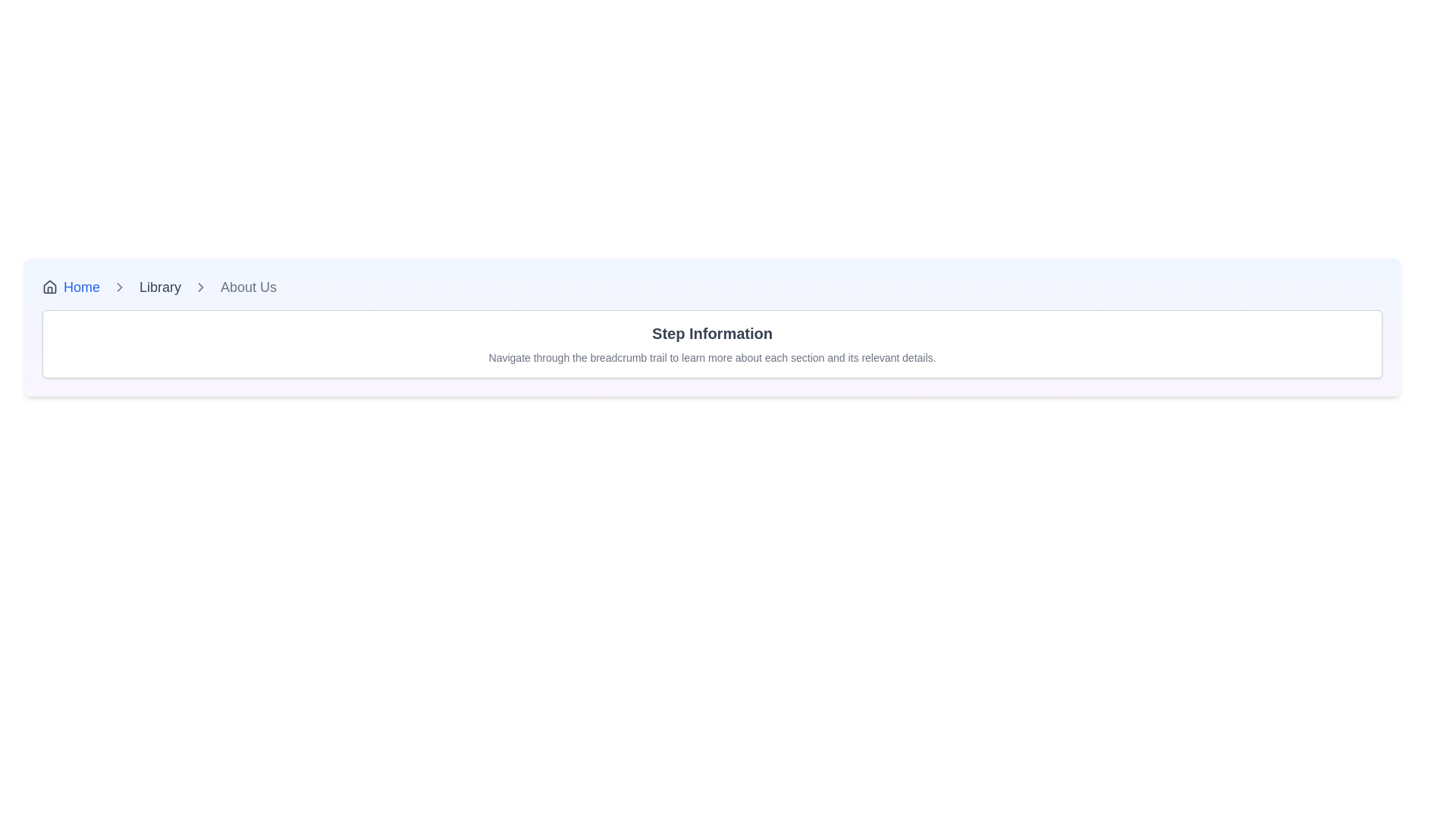  Describe the element at coordinates (249, 287) in the screenshot. I see `the static text 'About Us' in the breadcrumb navigation bar, which is styled in gray and indicates an inactive state` at that location.